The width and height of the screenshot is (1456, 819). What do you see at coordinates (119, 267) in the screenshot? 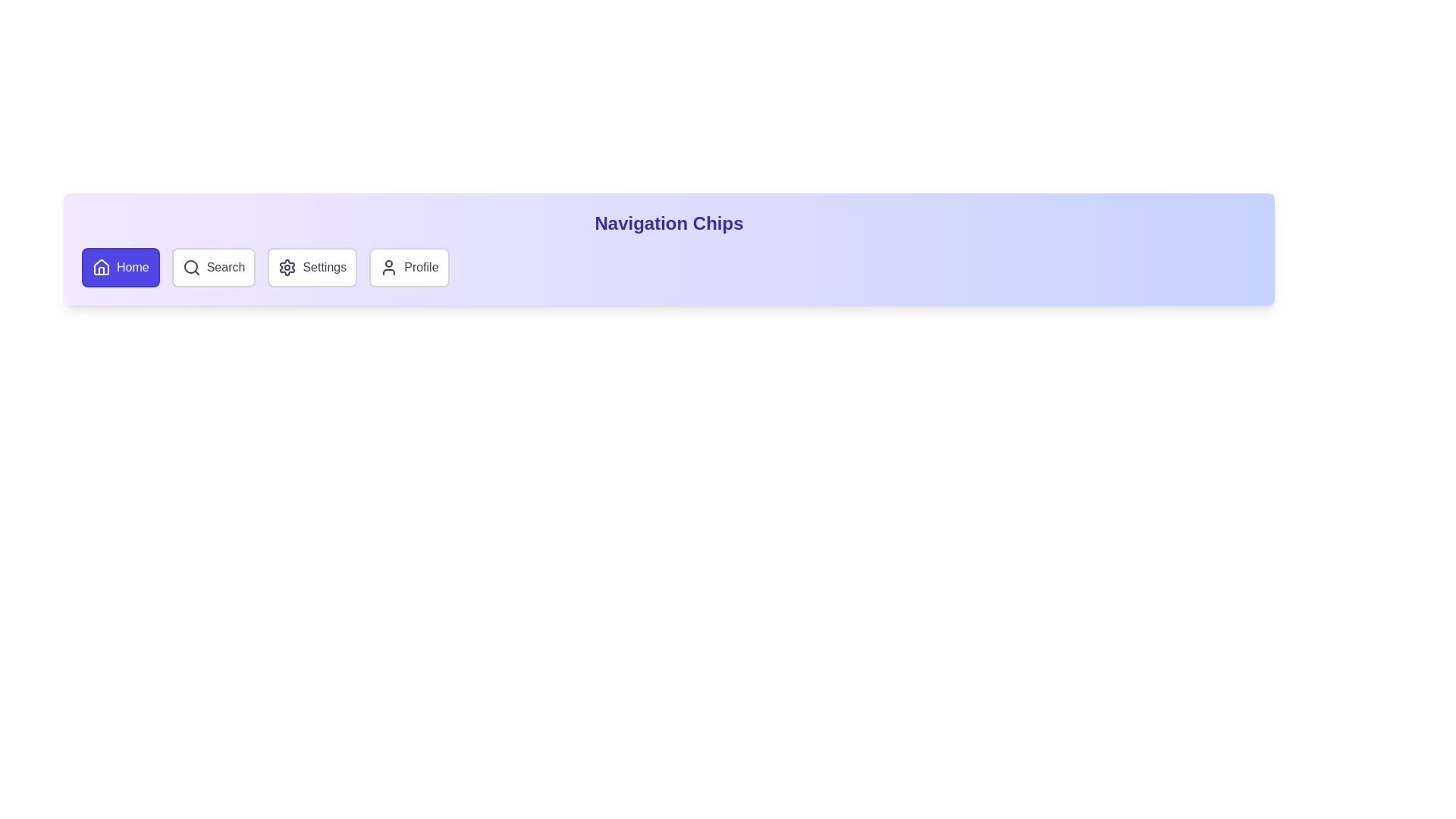
I see `the Home chip to navigate to its corresponding section` at bounding box center [119, 267].